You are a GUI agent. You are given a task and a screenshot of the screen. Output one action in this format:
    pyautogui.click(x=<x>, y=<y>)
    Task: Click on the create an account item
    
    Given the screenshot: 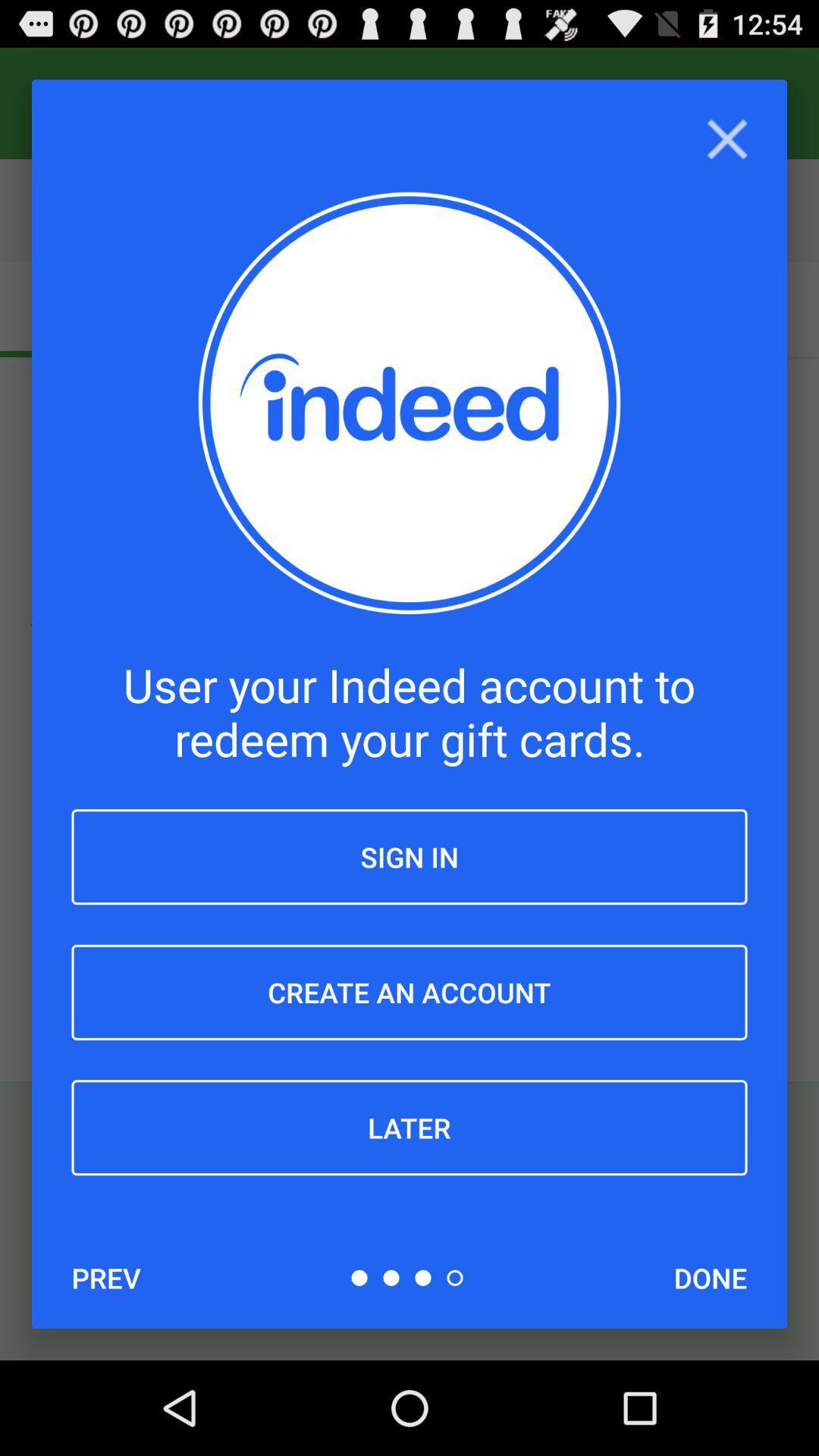 What is the action you would take?
    pyautogui.click(x=409, y=992)
    